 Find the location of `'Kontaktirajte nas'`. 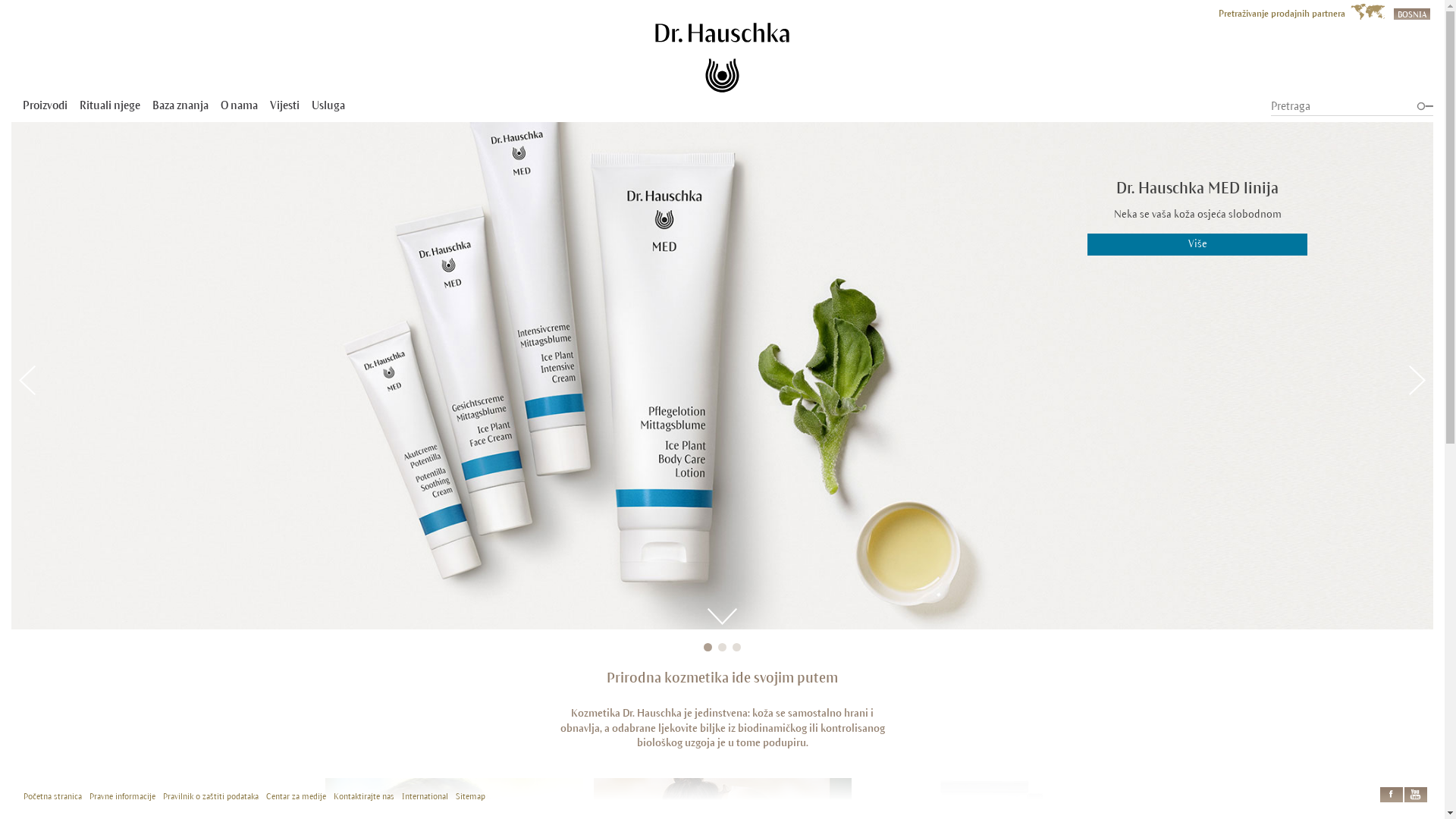

'Kontaktirajte nas' is located at coordinates (364, 795).